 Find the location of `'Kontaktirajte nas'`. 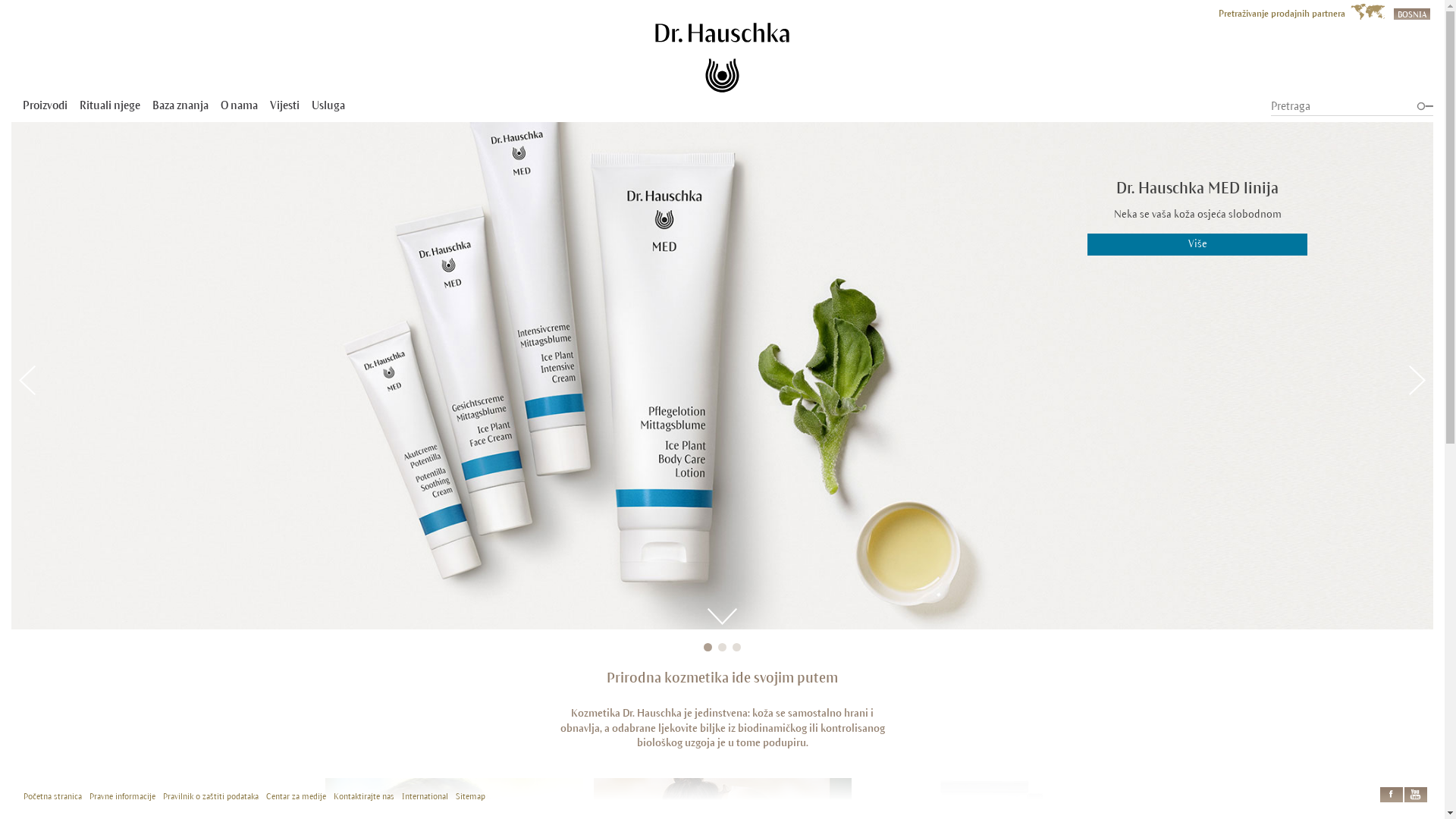

'Kontaktirajte nas' is located at coordinates (364, 795).